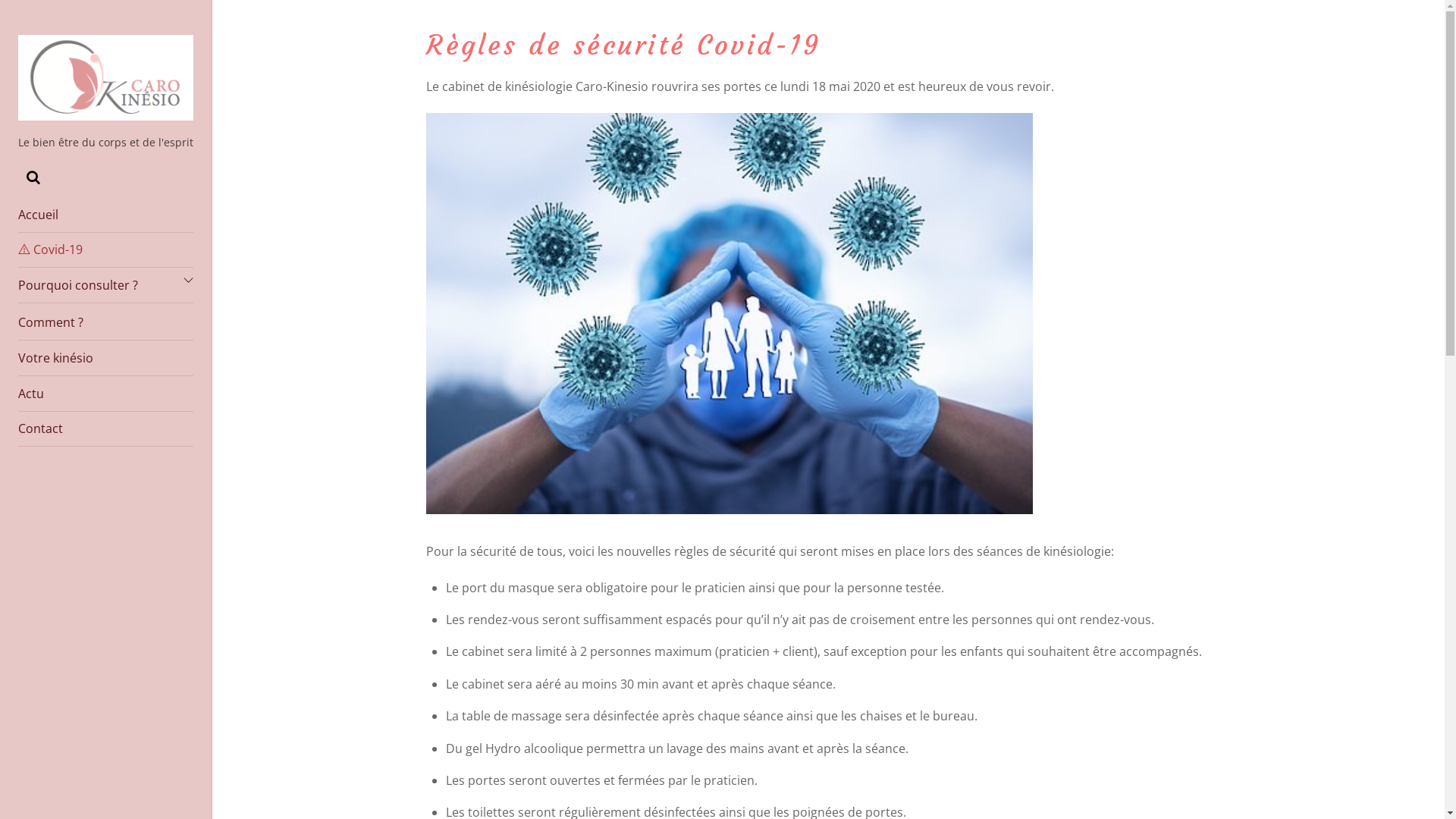  Describe the element at coordinates (105, 285) in the screenshot. I see `'Pourquoi consulter ?'` at that location.